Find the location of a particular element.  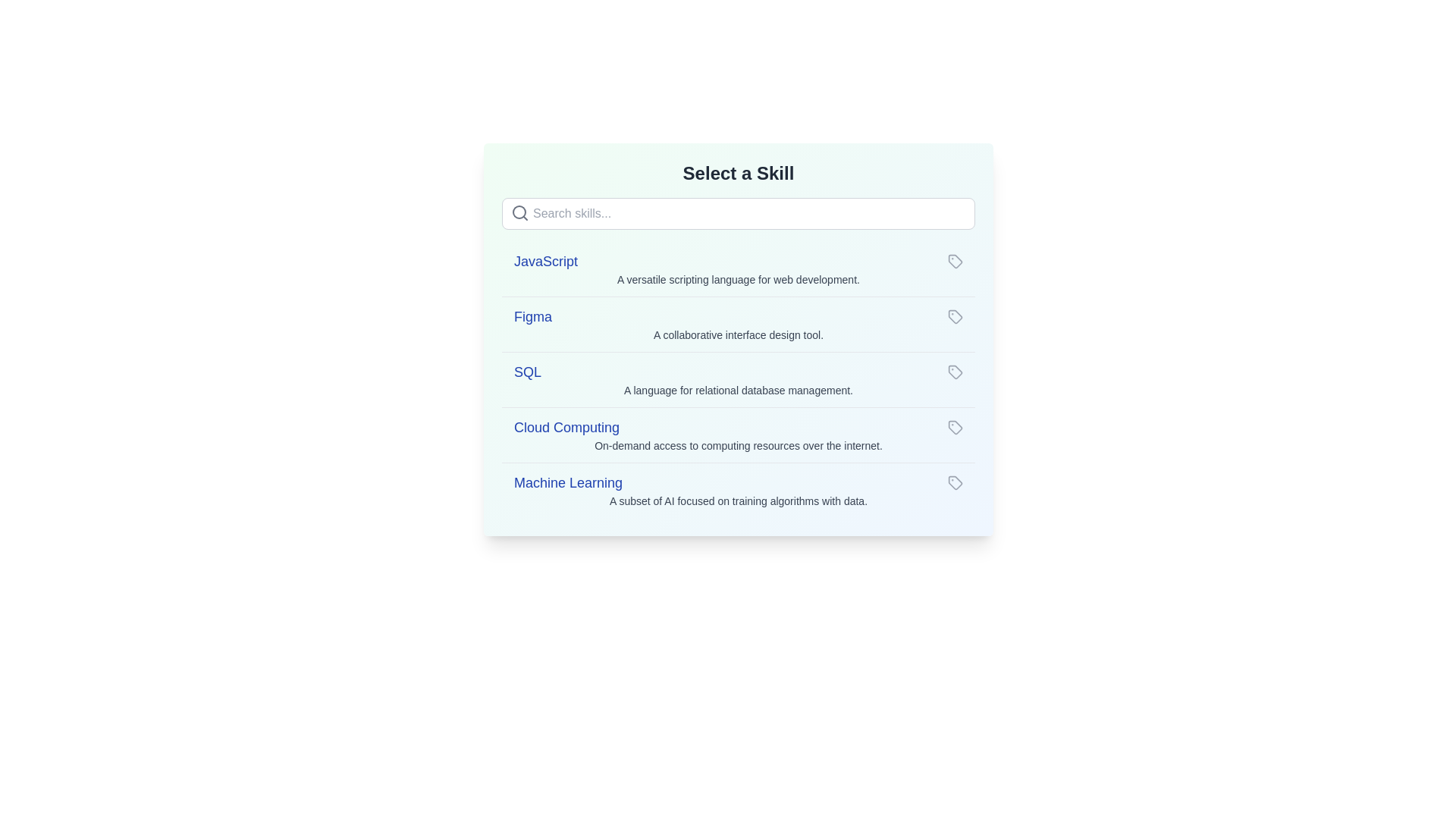

the small graphical tag-shaped icon located next to the 'Figma' text option in the list of skills is located at coordinates (954, 315).